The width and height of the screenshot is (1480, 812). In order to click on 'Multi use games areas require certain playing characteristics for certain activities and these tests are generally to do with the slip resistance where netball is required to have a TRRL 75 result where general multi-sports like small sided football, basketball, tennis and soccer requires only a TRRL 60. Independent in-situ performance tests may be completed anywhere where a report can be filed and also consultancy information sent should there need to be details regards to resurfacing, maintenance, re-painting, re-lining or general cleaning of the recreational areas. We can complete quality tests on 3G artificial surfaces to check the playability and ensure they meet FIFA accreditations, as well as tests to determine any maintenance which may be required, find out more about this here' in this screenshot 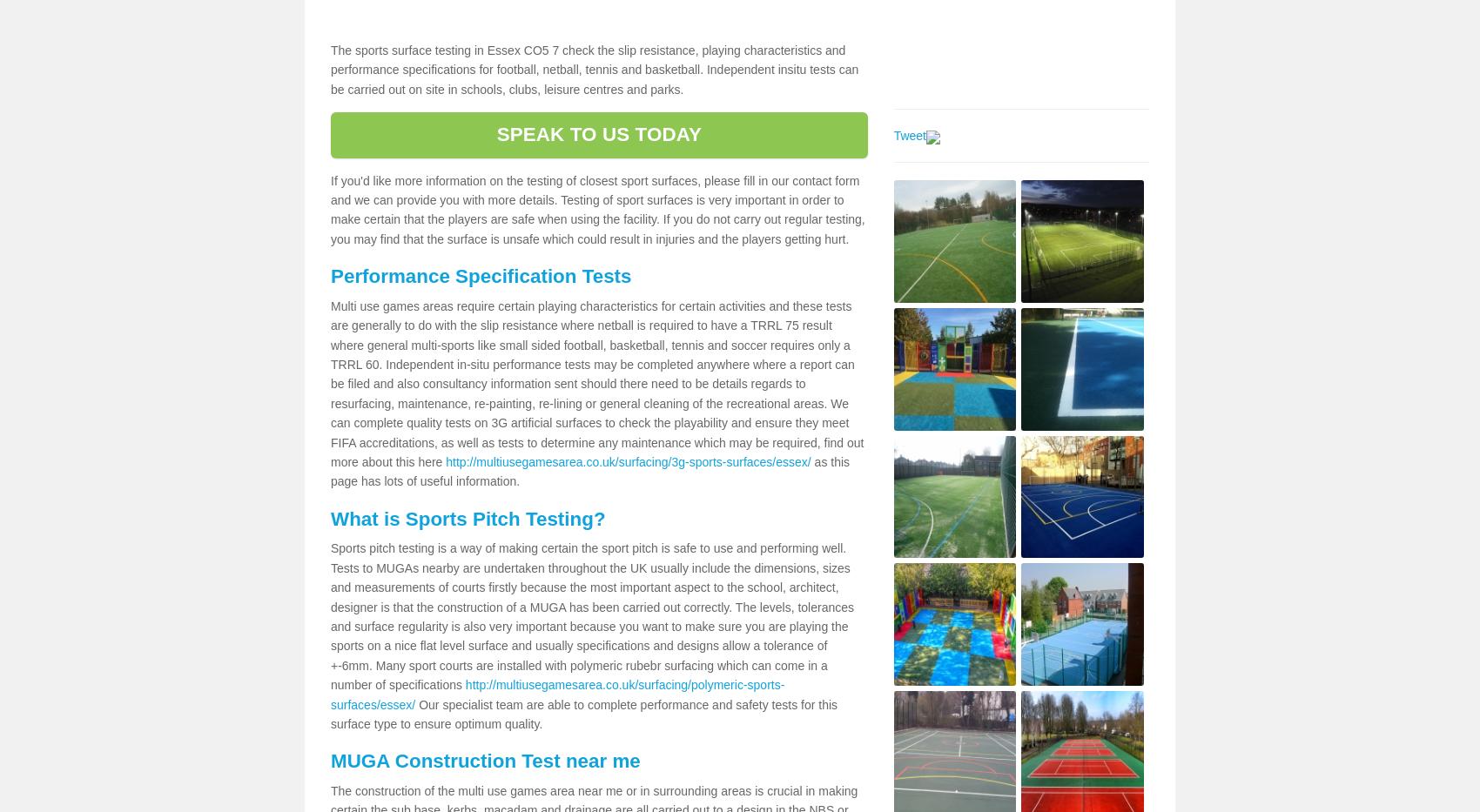, I will do `click(596, 382)`.